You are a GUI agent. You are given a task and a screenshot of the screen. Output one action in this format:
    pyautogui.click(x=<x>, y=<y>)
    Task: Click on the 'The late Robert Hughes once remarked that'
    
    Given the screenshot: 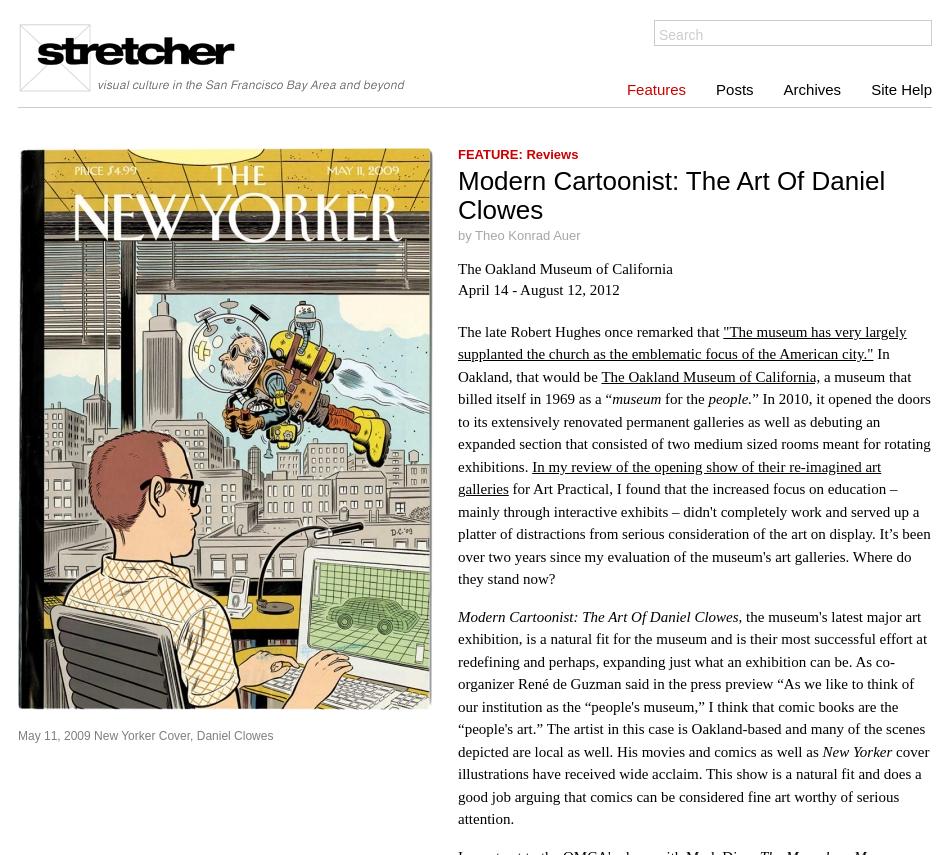 What is the action you would take?
    pyautogui.click(x=456, y=330)
    